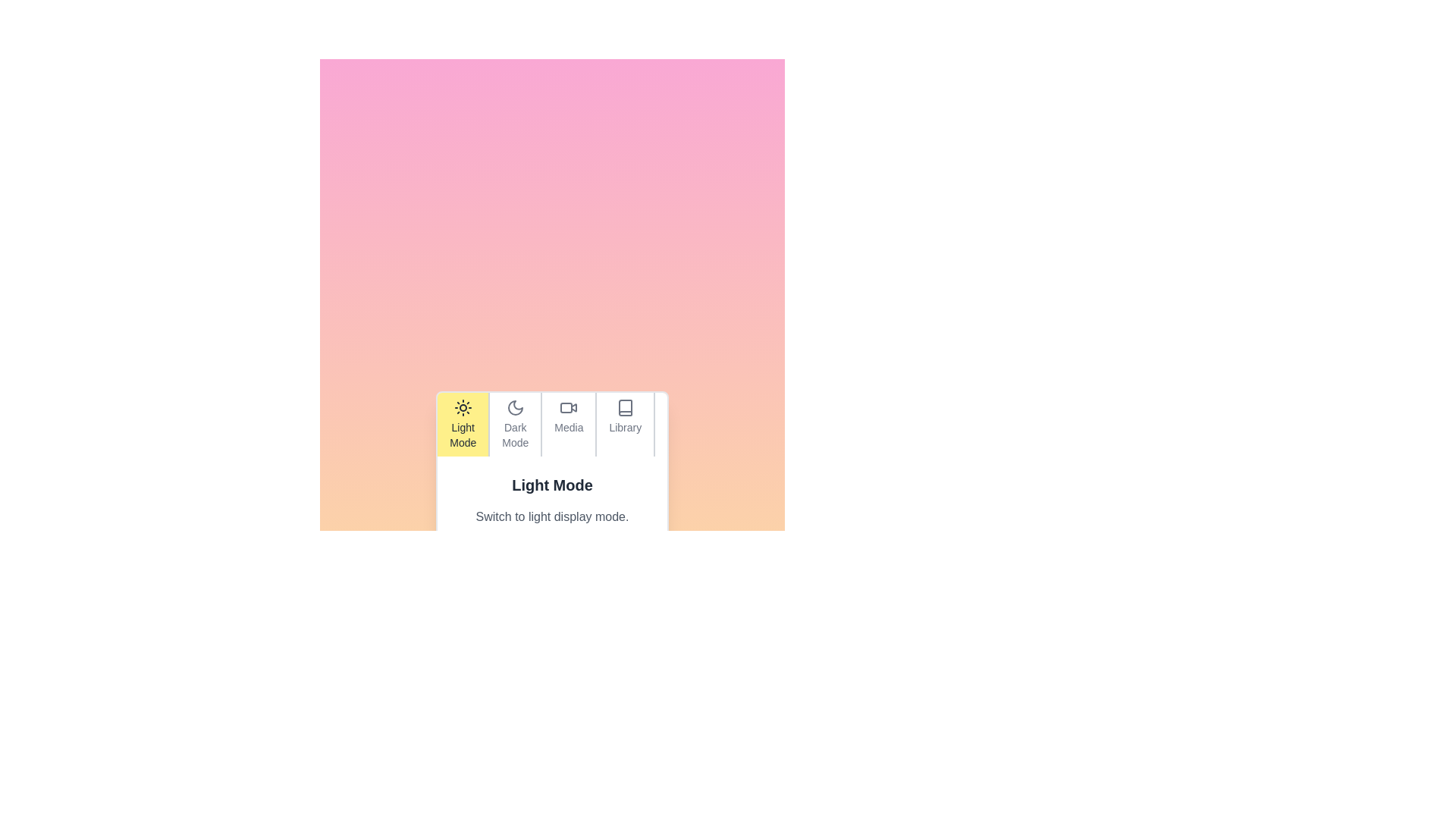 This screenshot has height=819, width=1456. Describe the element at coordinates (624, 424) in the screenshot. I see `the tab labeled Library` at that location.